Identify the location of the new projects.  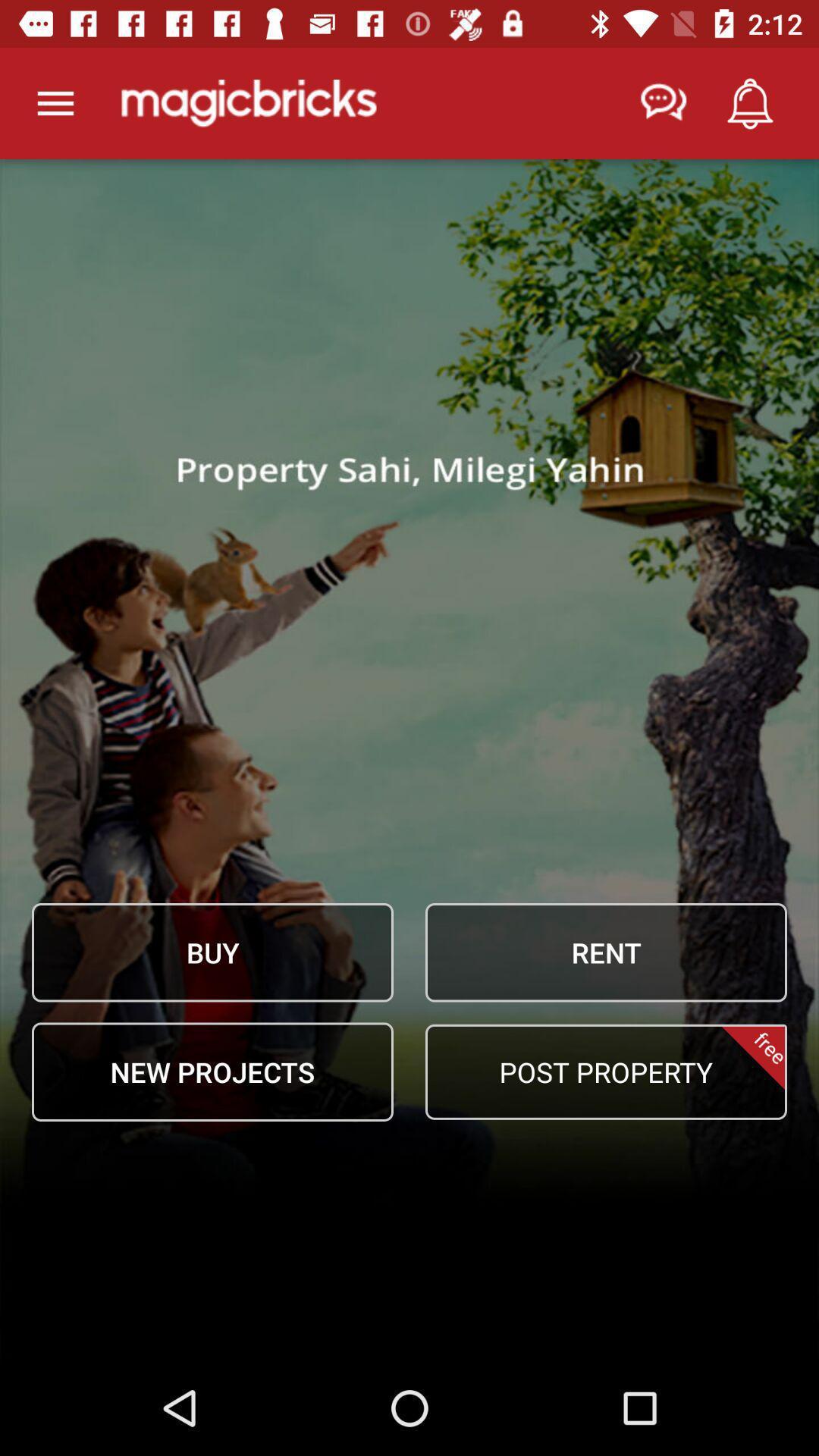
(212, 1071).